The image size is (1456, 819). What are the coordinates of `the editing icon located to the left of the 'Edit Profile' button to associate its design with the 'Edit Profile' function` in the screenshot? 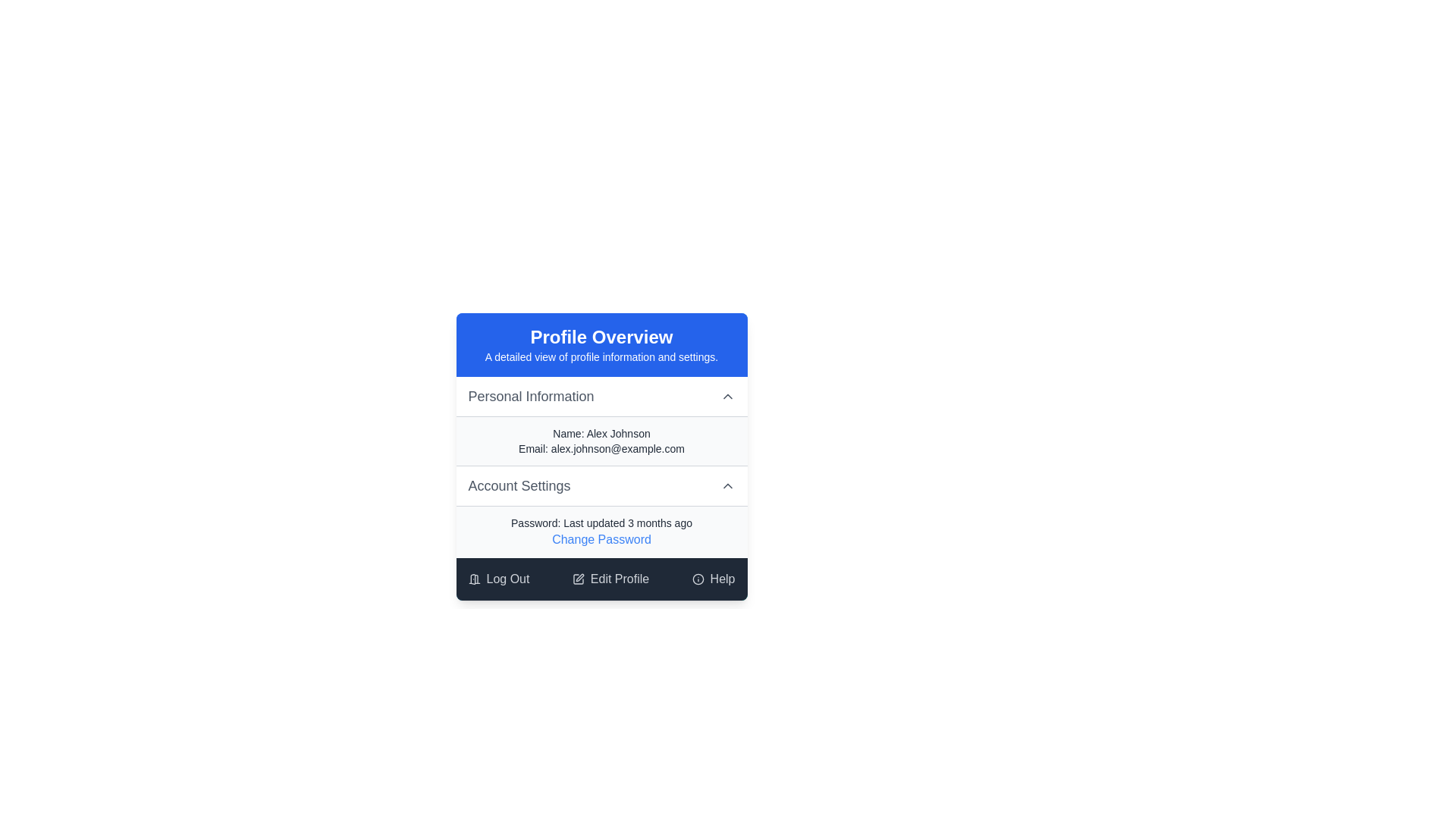 It's located at (577, 579).